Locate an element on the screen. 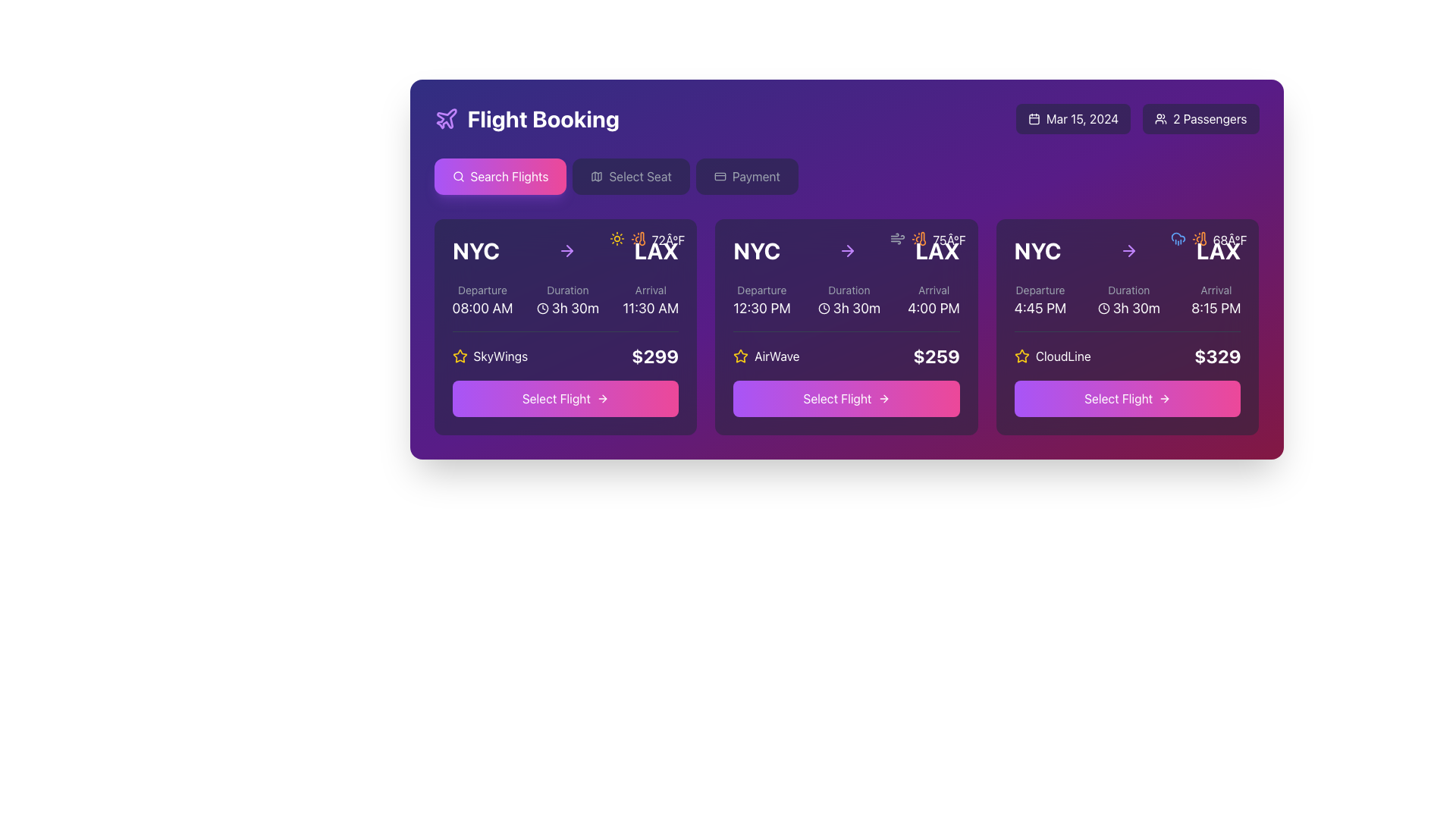  the bold '$329' text label, which is displayed in white font on a purple background, located towards the bottom-right corner of the flight card is located at coordinates (1217, 356).